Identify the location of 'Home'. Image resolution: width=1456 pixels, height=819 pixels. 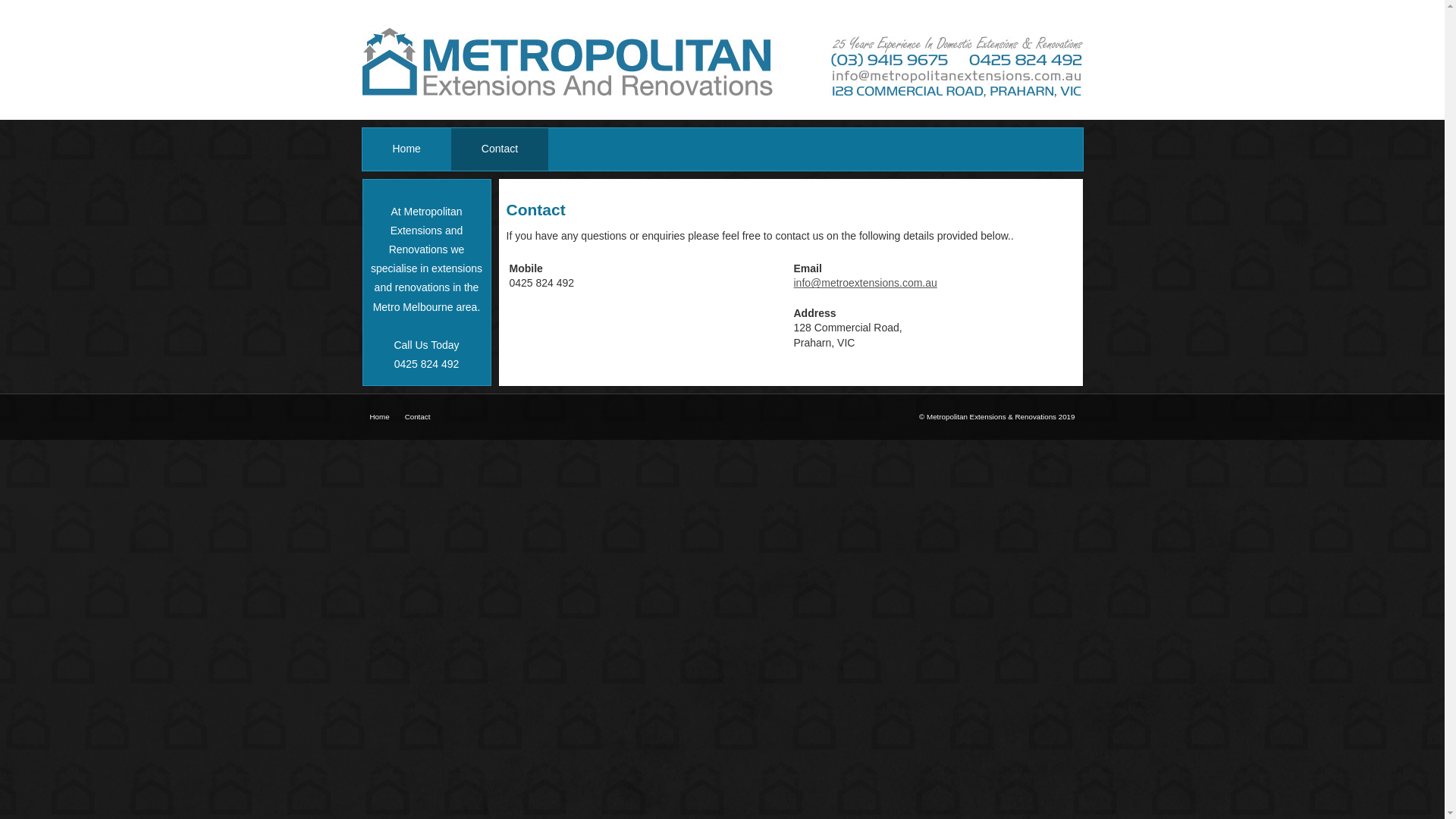
(379, 417).